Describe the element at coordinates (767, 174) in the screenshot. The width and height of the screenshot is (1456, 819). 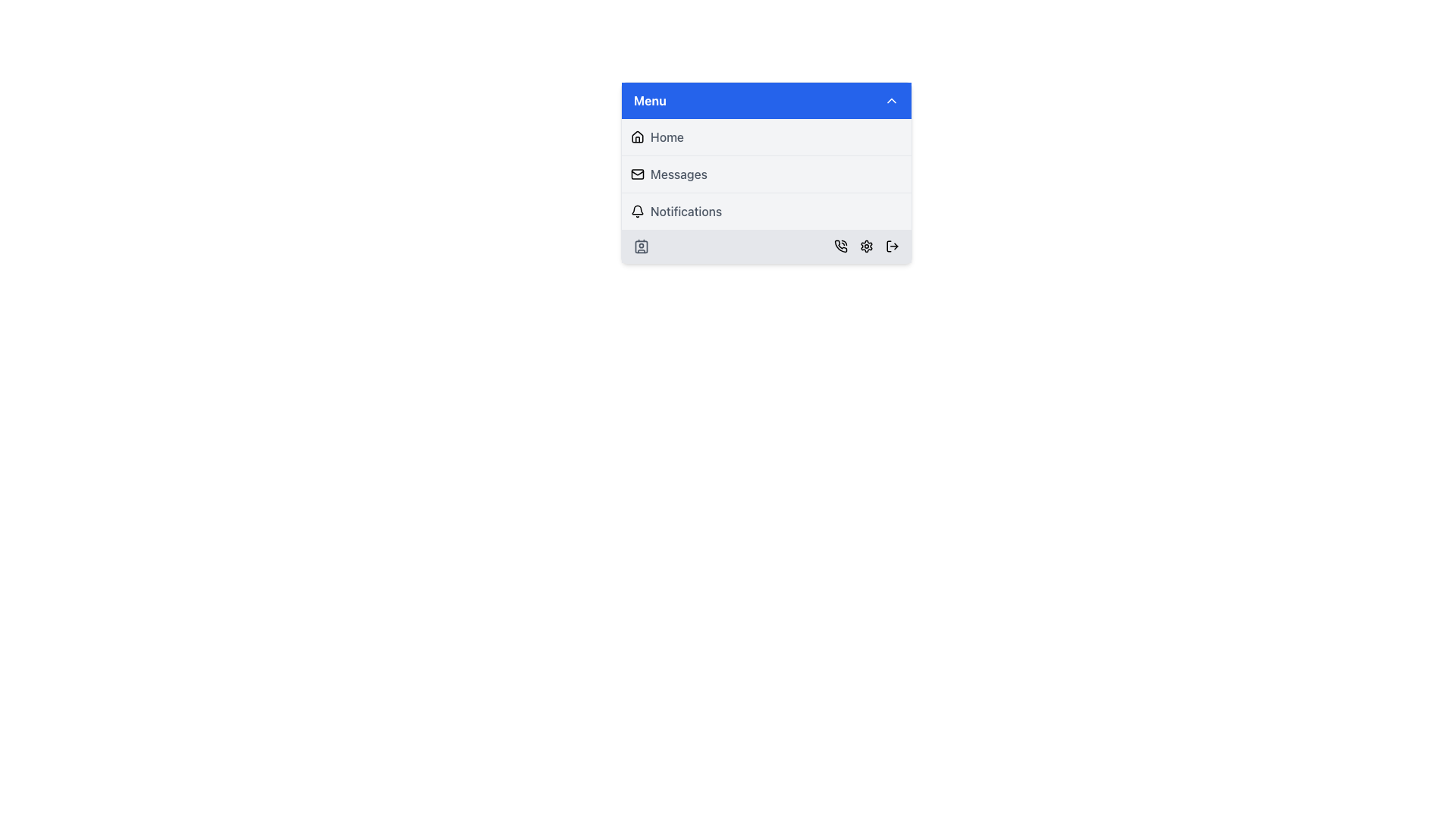
I see `the Menu Item that allows users` at that location.